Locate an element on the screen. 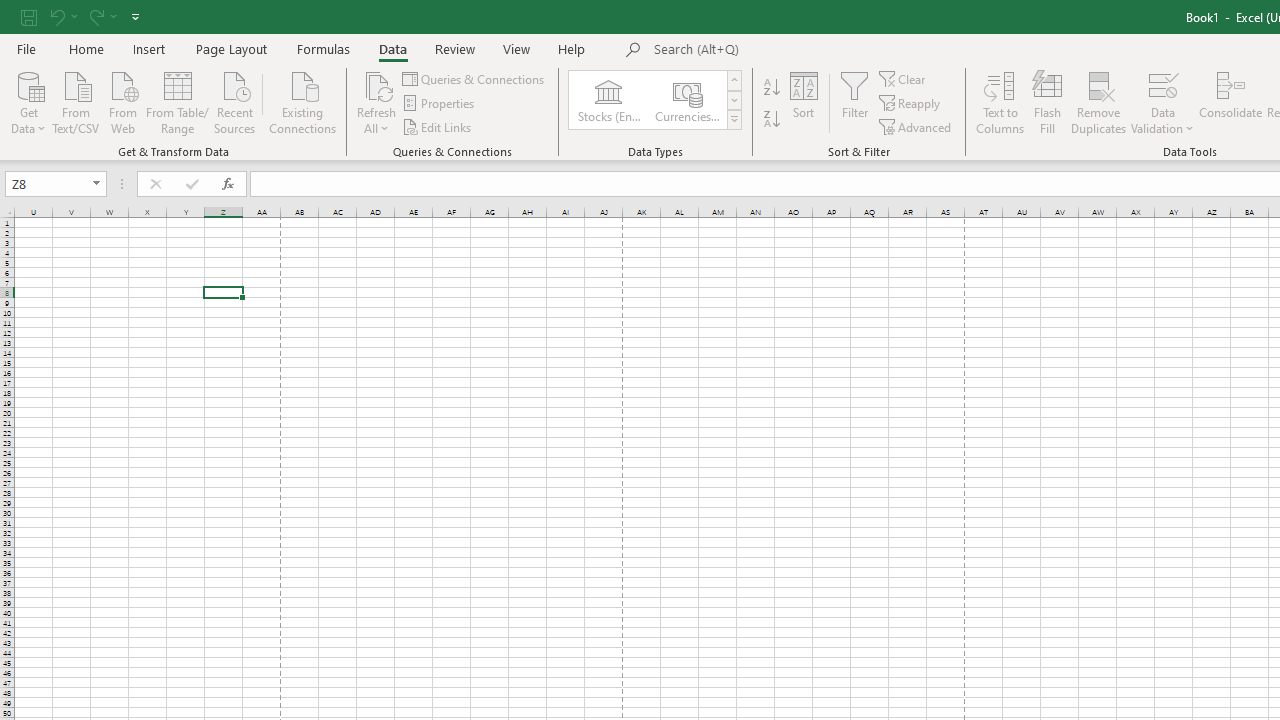 This screenshot has height=720, width=1280. 'Data' is located at coordinates (392, 48).